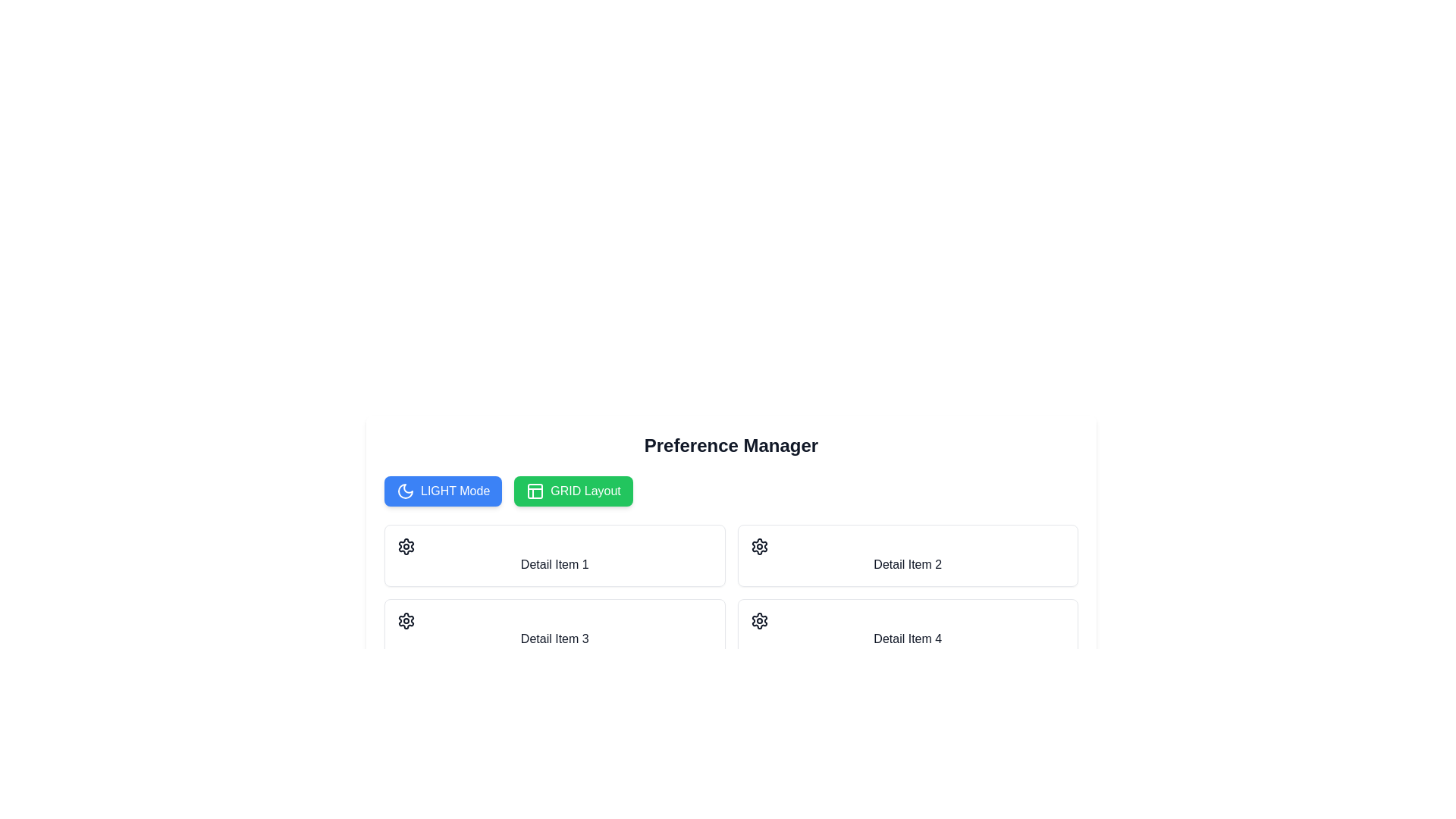  What do you see at coordinates (759, 547) in the screenshot?
I see `the small gear icon in the top-right corner of the card labeled 'Detail Item 2', which symbolizes settings or configurations` at bounding box center [759, 547].